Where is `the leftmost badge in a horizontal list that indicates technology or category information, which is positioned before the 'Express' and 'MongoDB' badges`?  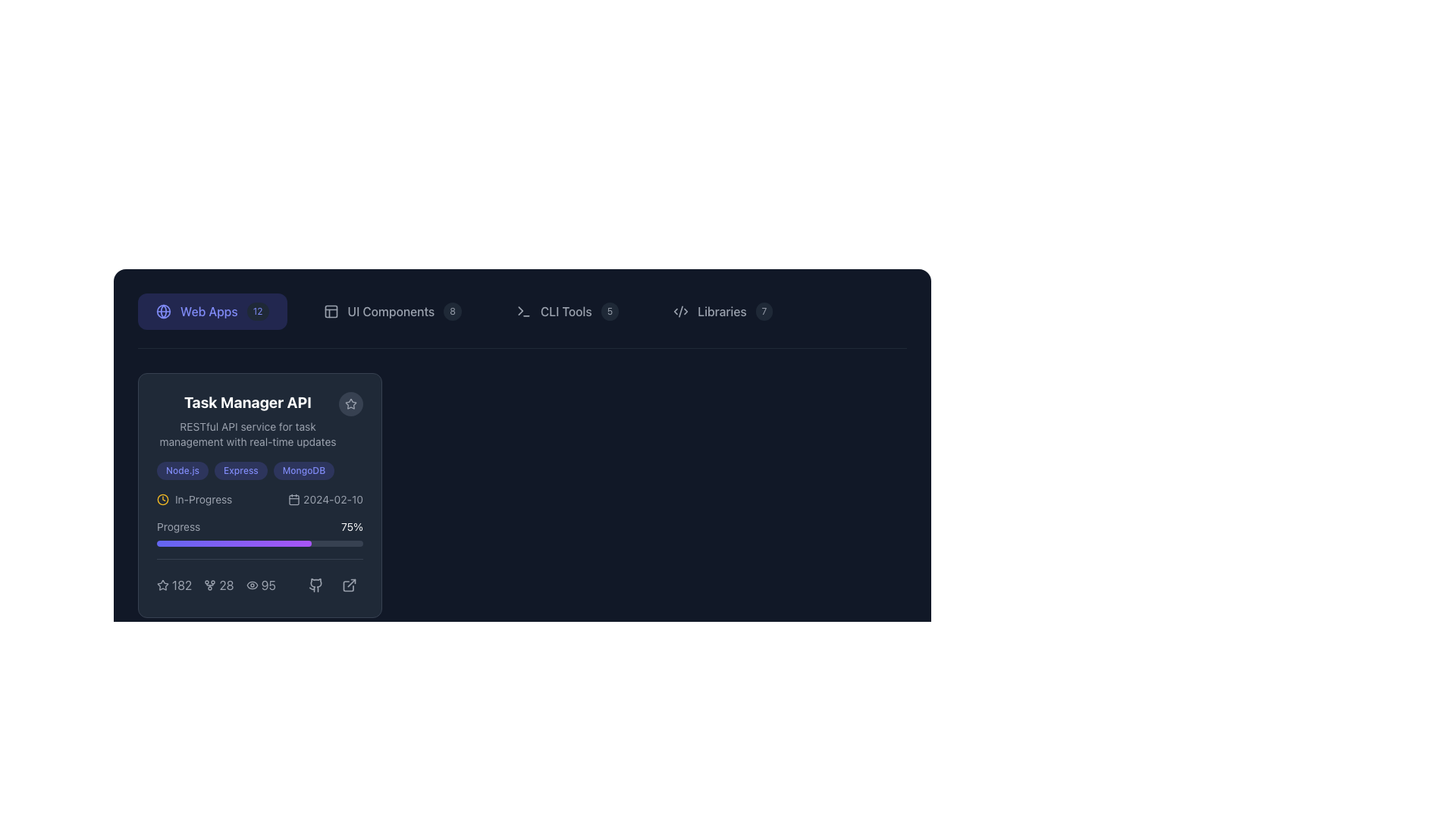 the leftmost badge in a horizontal list that indicates technology or category information, which is positioned before the 'Express' and 'MongoDB' badges is located at coordinates (182, 470).